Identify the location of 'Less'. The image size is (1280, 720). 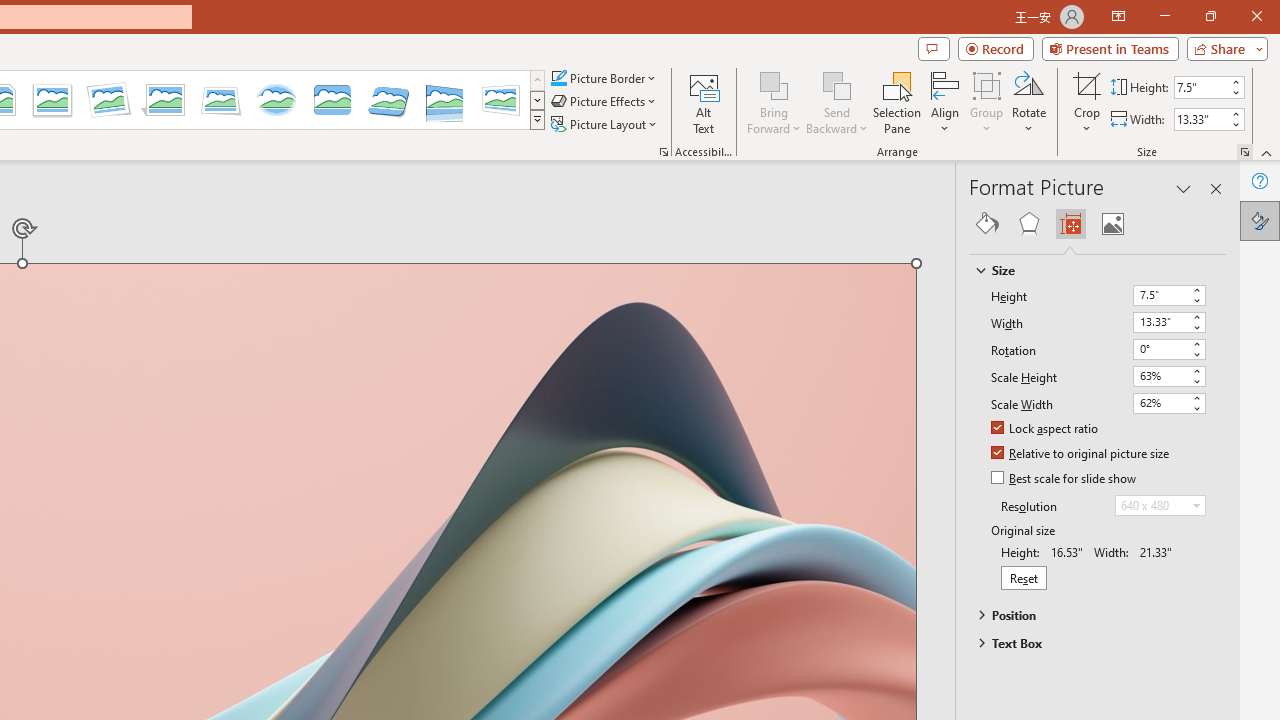
(1234, 124).